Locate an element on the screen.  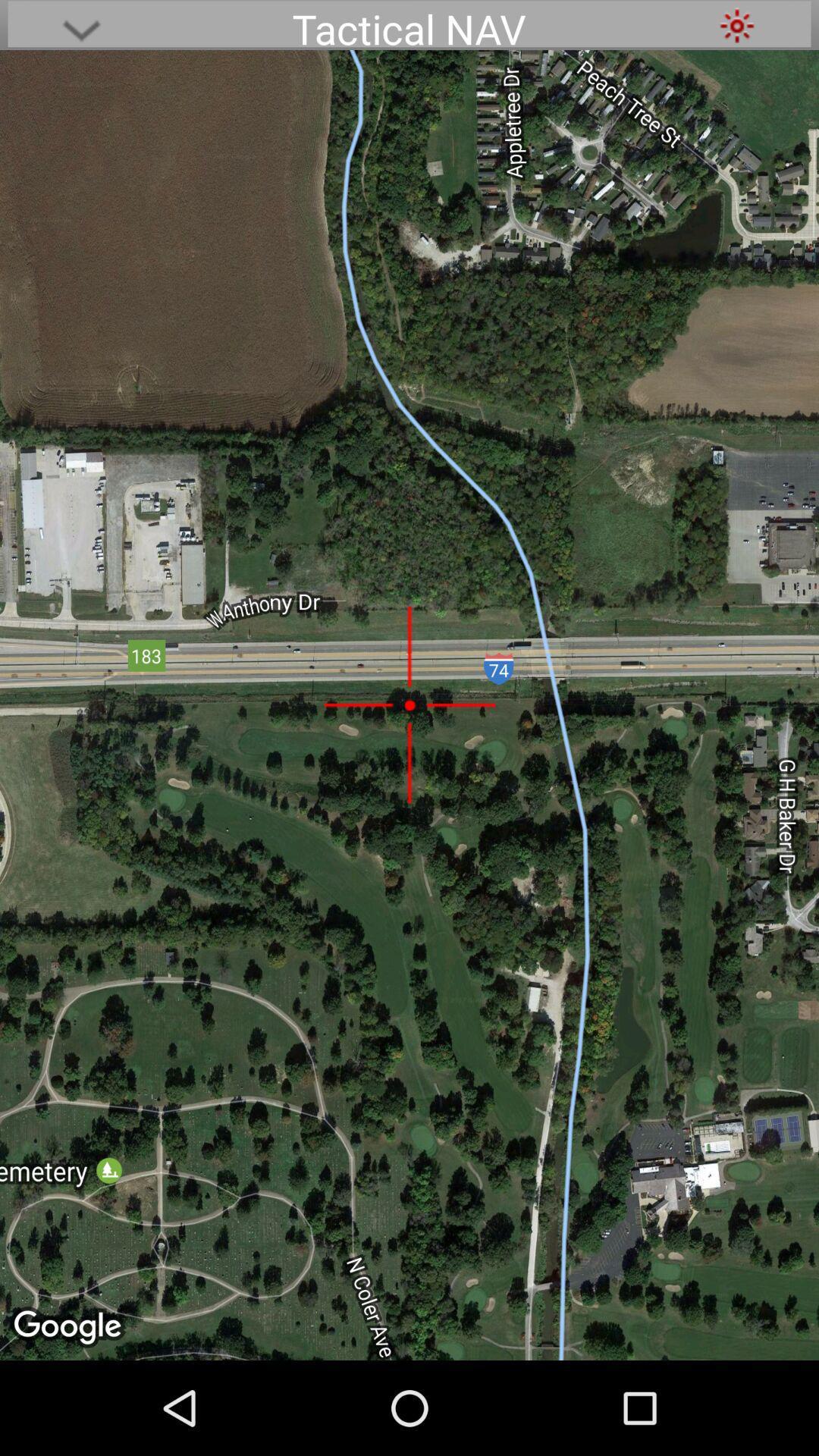
brings up additional options is located at coordinates (81, 25).